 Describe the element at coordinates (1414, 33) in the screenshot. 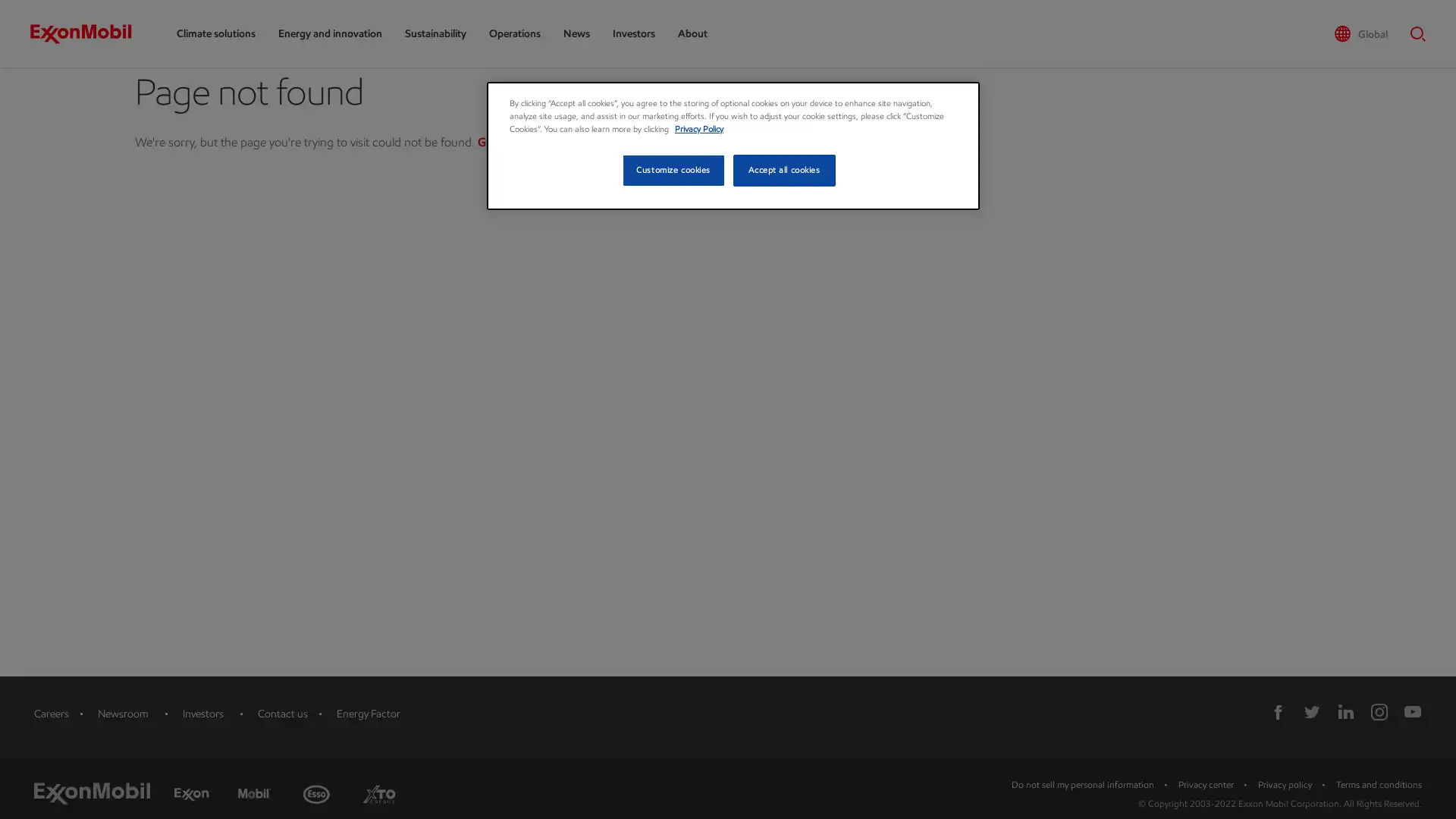

I see `Search` at that location.